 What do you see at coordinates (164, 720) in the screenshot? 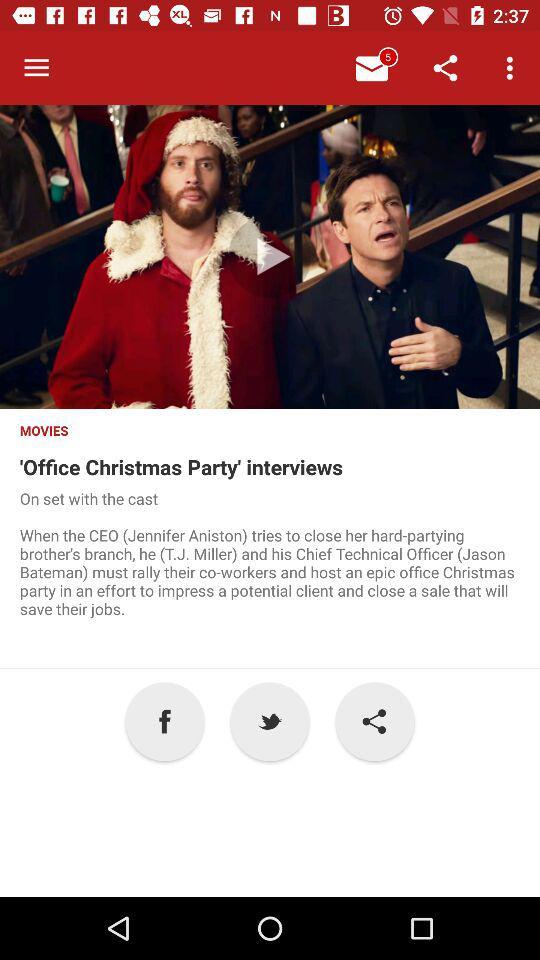
I see `item next to the p icon` at bounding box center [164, 720].